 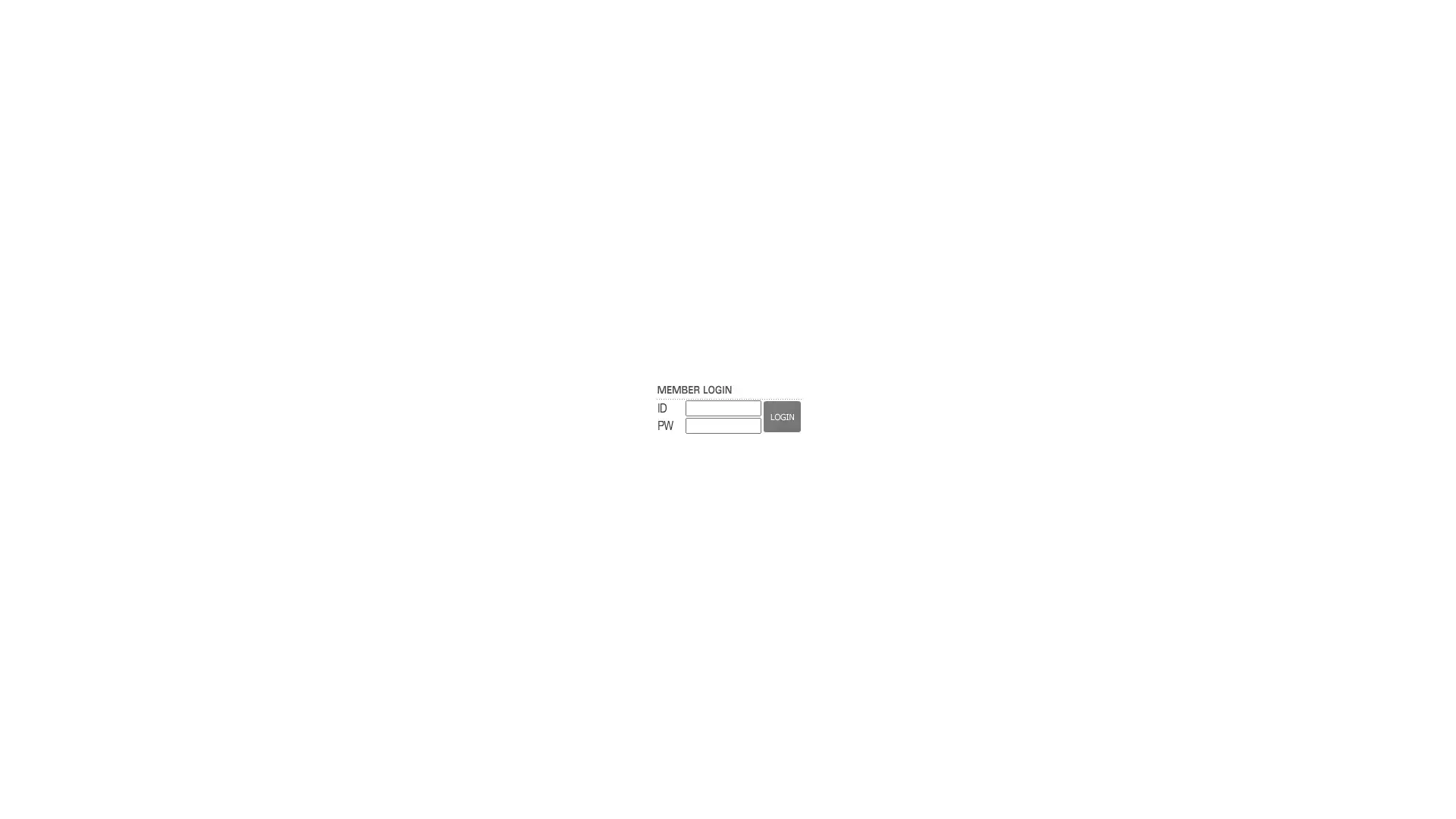 I want to click on Submit, so click(x=781, y=416).